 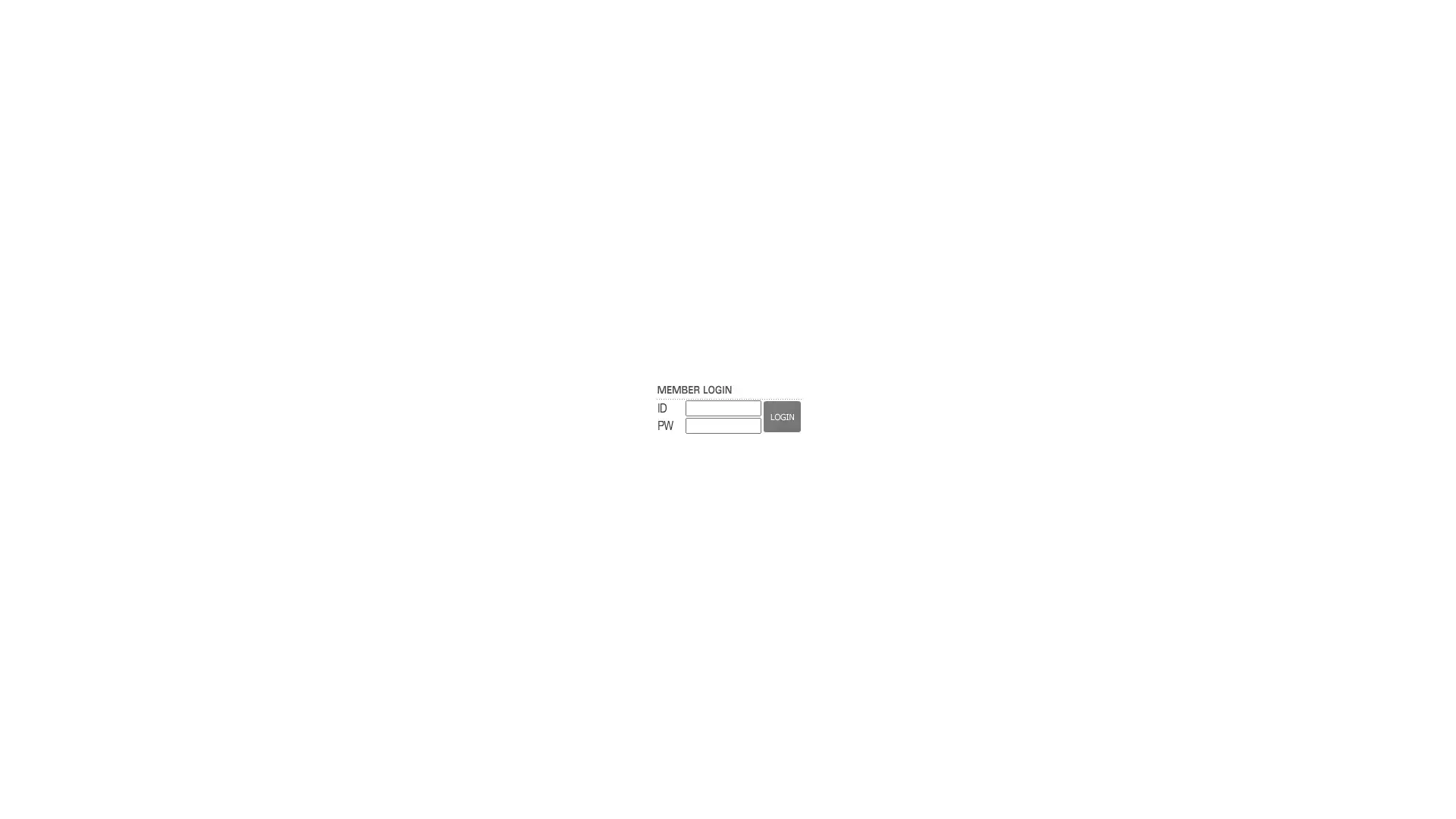 I want to click on Submit, so click(x=781, y=416).